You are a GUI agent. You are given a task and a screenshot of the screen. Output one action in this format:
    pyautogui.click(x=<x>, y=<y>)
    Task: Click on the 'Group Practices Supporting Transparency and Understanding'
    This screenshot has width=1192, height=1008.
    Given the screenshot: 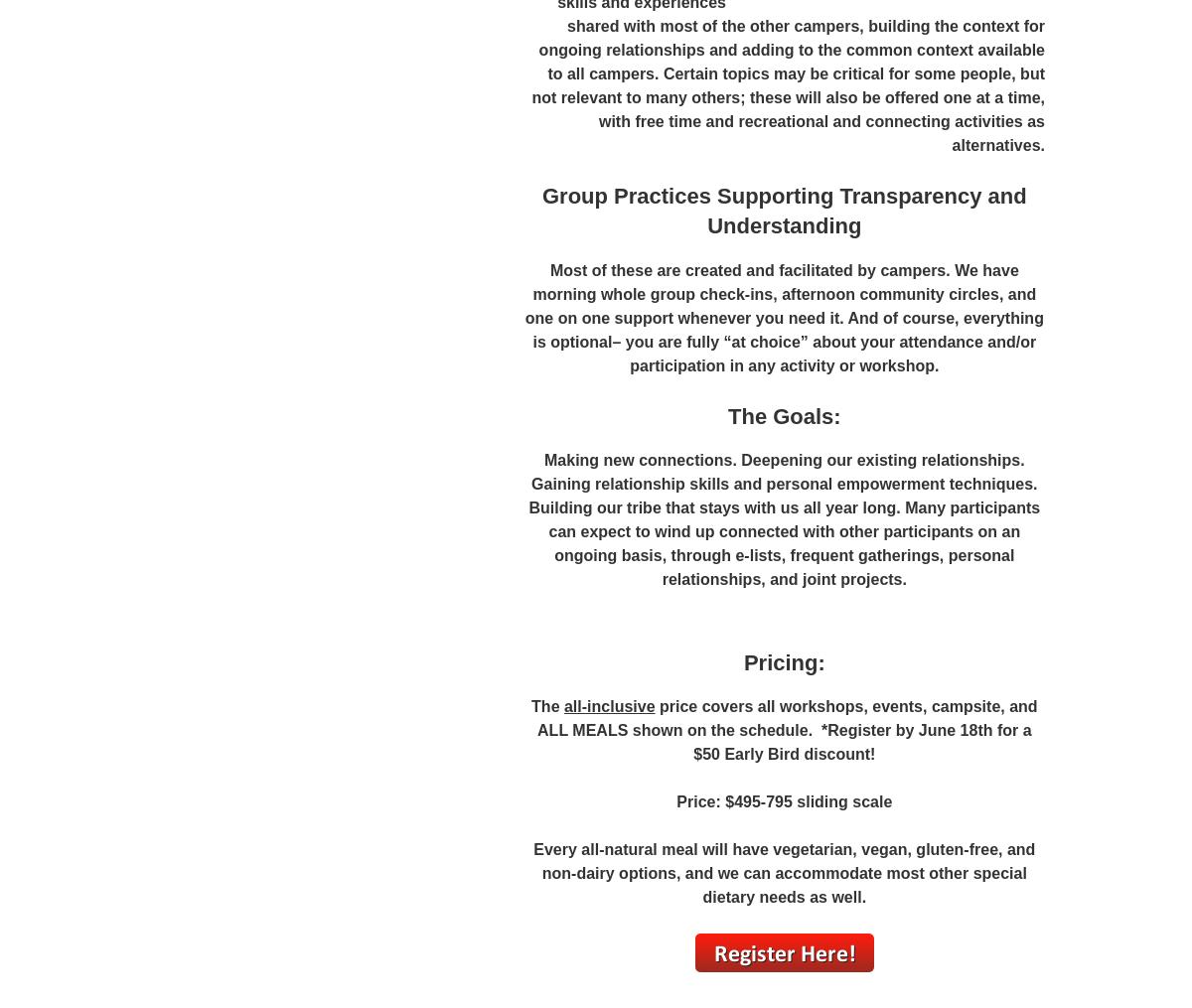 What is the action you would take?
    pyautogui.click(x=783, y=210)
    